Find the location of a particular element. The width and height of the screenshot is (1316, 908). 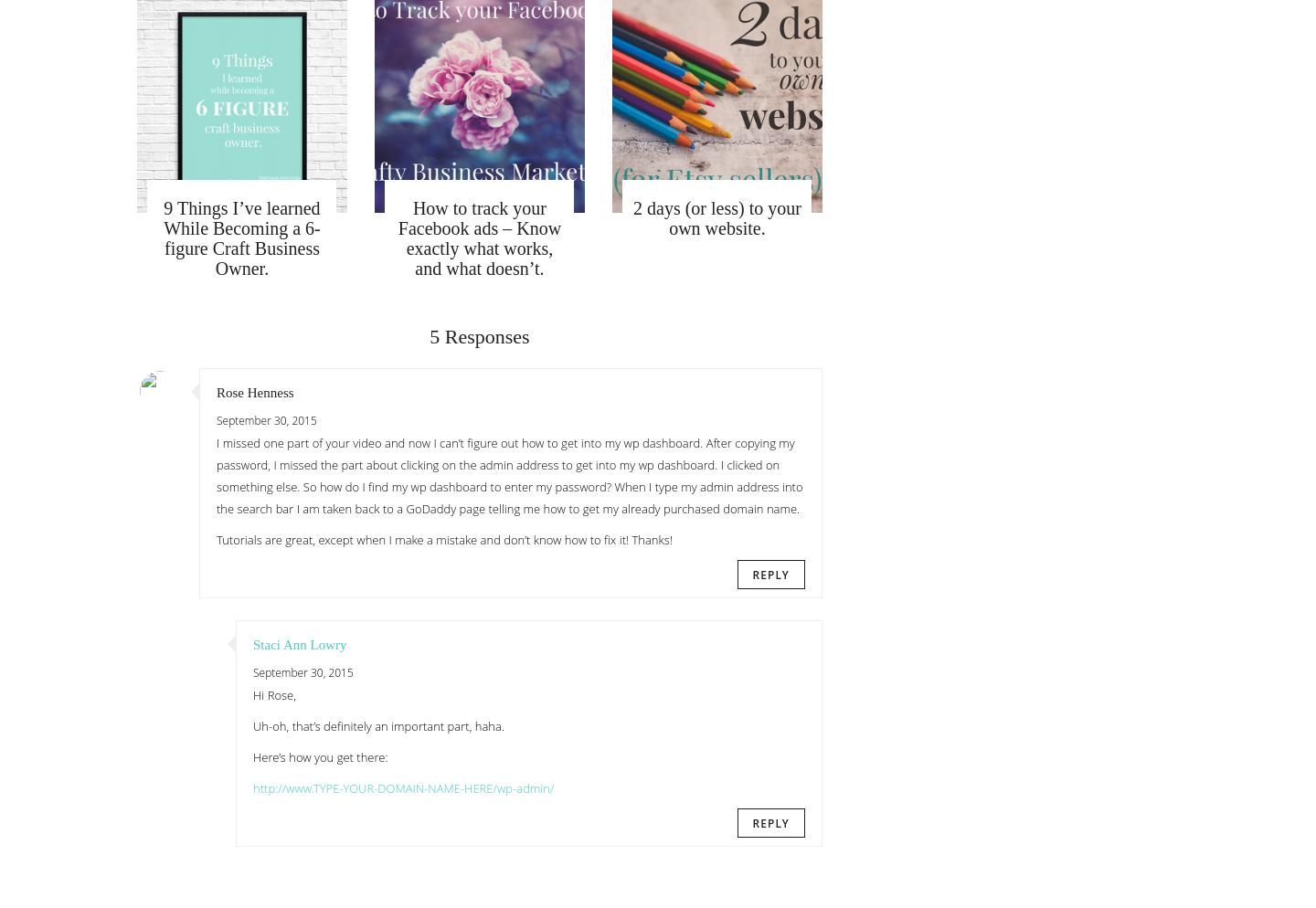

'http://www.TYPE-YOUR-DOMAIN-NAME-HERE/wp-admin/' is located at coordinates (403, 787).